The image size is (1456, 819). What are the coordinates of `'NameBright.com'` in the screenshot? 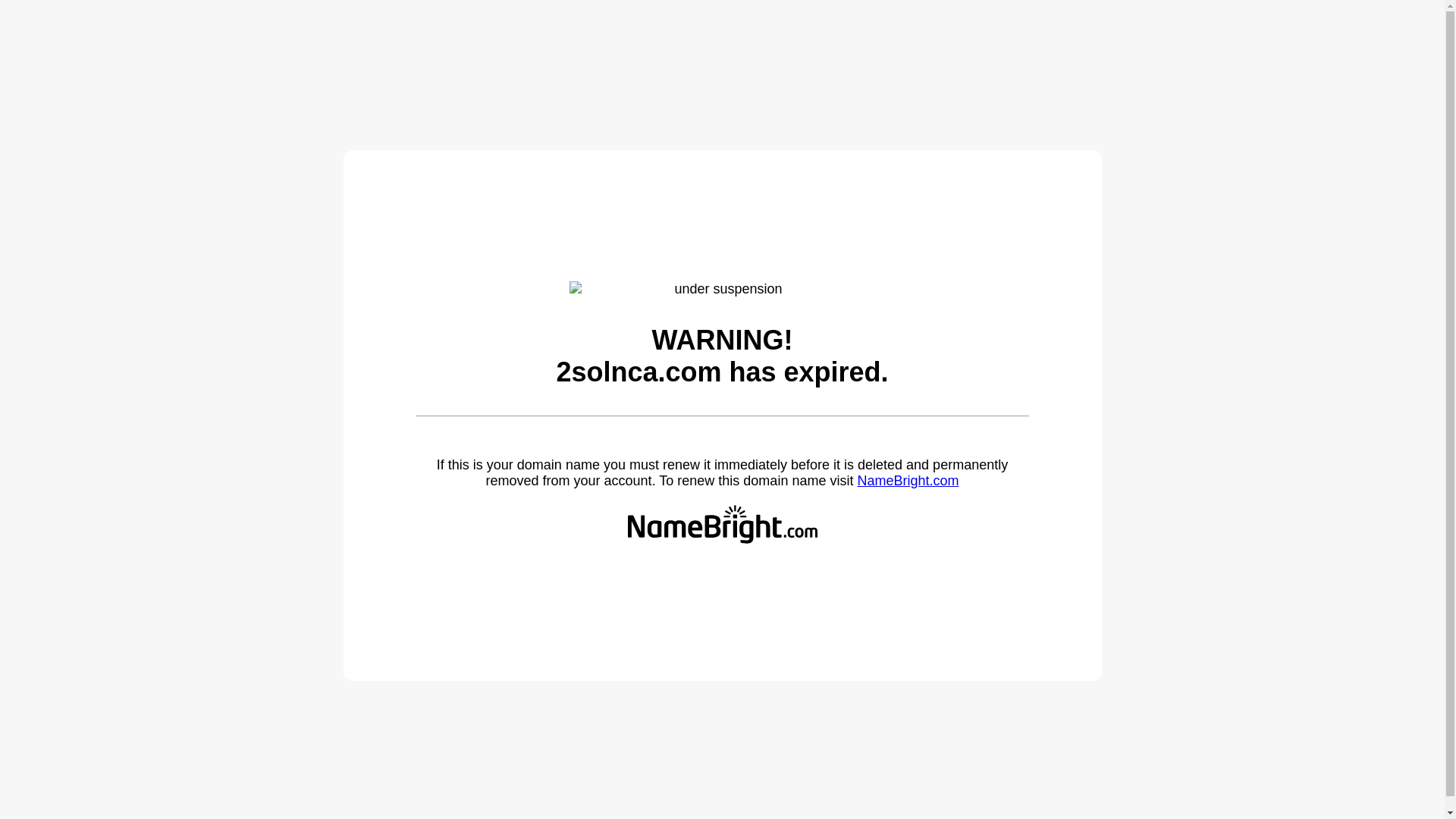 It's located at (907, 480).